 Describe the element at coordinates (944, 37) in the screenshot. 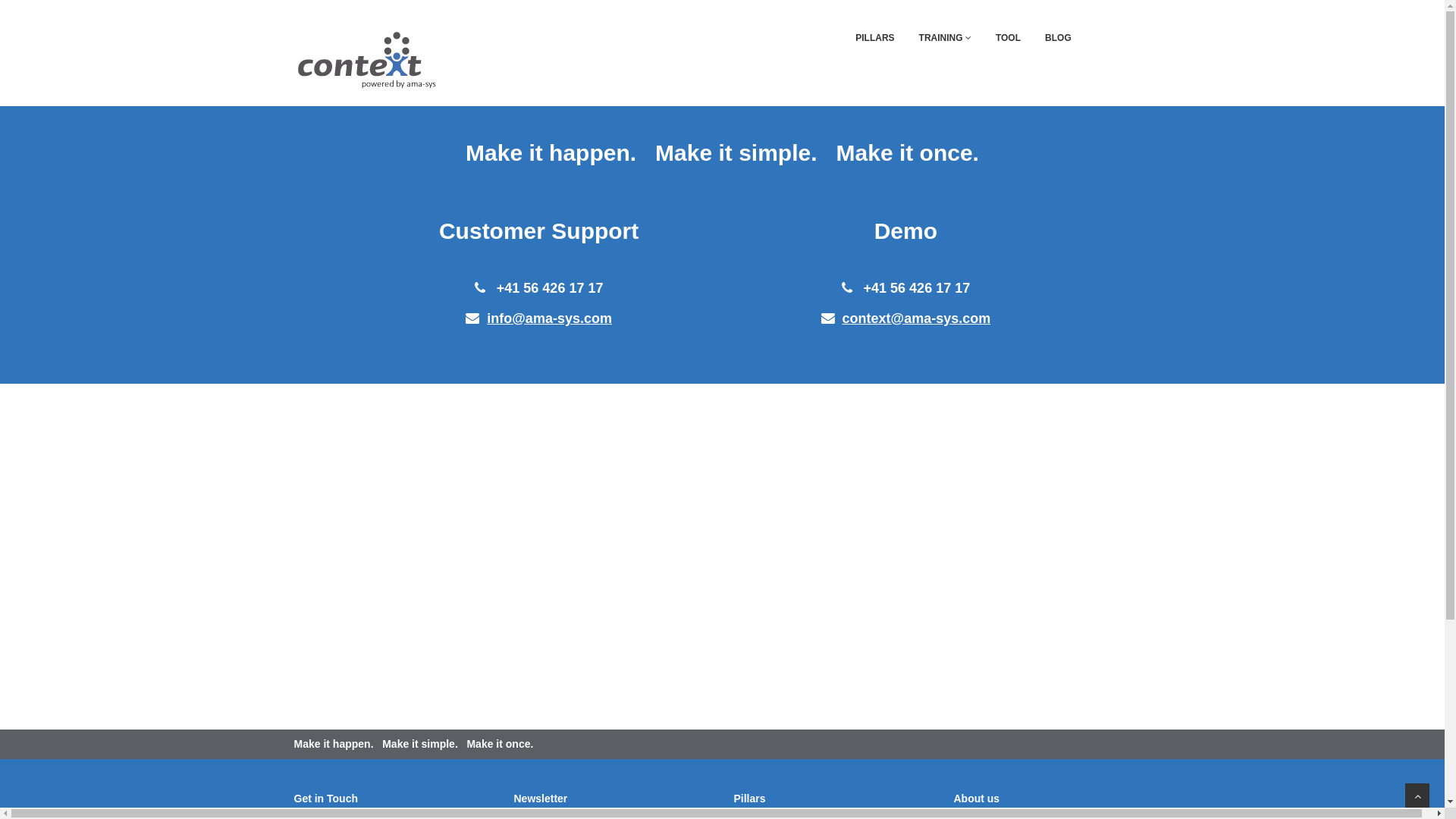

I see `'TRAINING'` at that location.